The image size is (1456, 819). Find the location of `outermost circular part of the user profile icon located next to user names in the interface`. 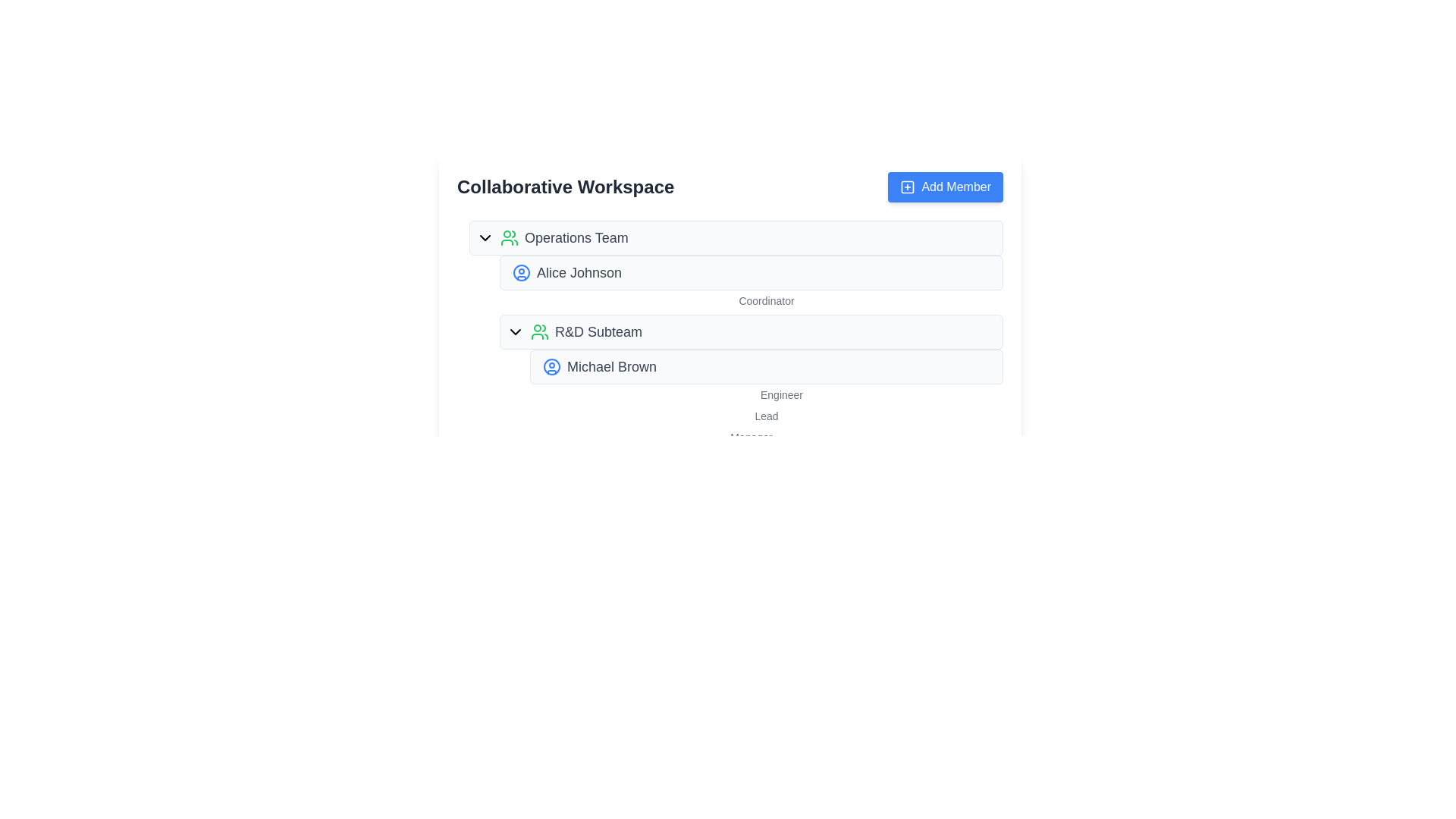

outermost circular part of the user profile icon located next to user names in the interface is located at coordinates (551, 366).